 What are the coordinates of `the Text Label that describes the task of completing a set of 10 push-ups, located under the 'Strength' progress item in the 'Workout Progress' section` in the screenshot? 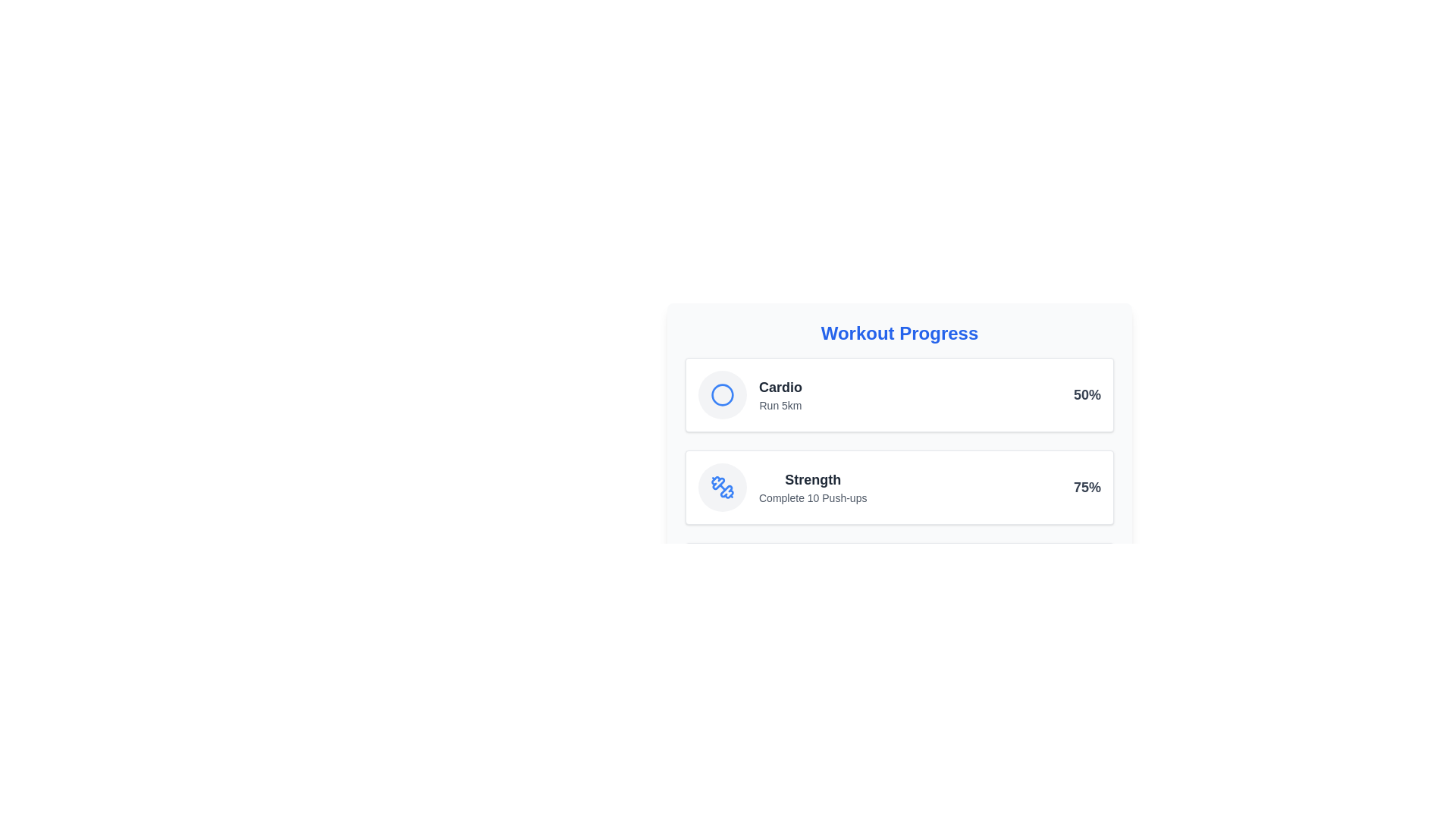 It's located at (812, 497).